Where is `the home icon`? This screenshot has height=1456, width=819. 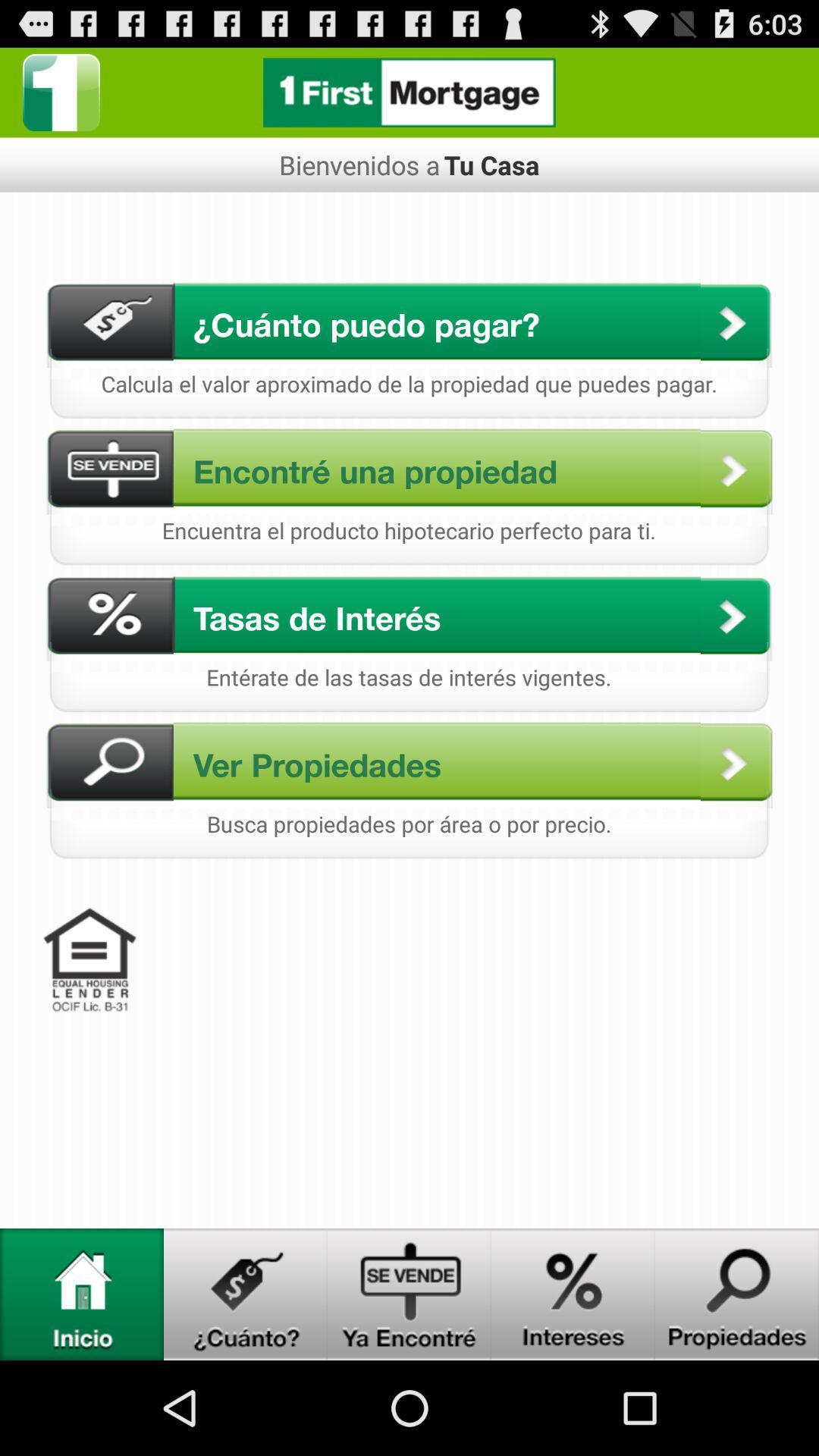
the home icon is located at coordinates (82, 1385).